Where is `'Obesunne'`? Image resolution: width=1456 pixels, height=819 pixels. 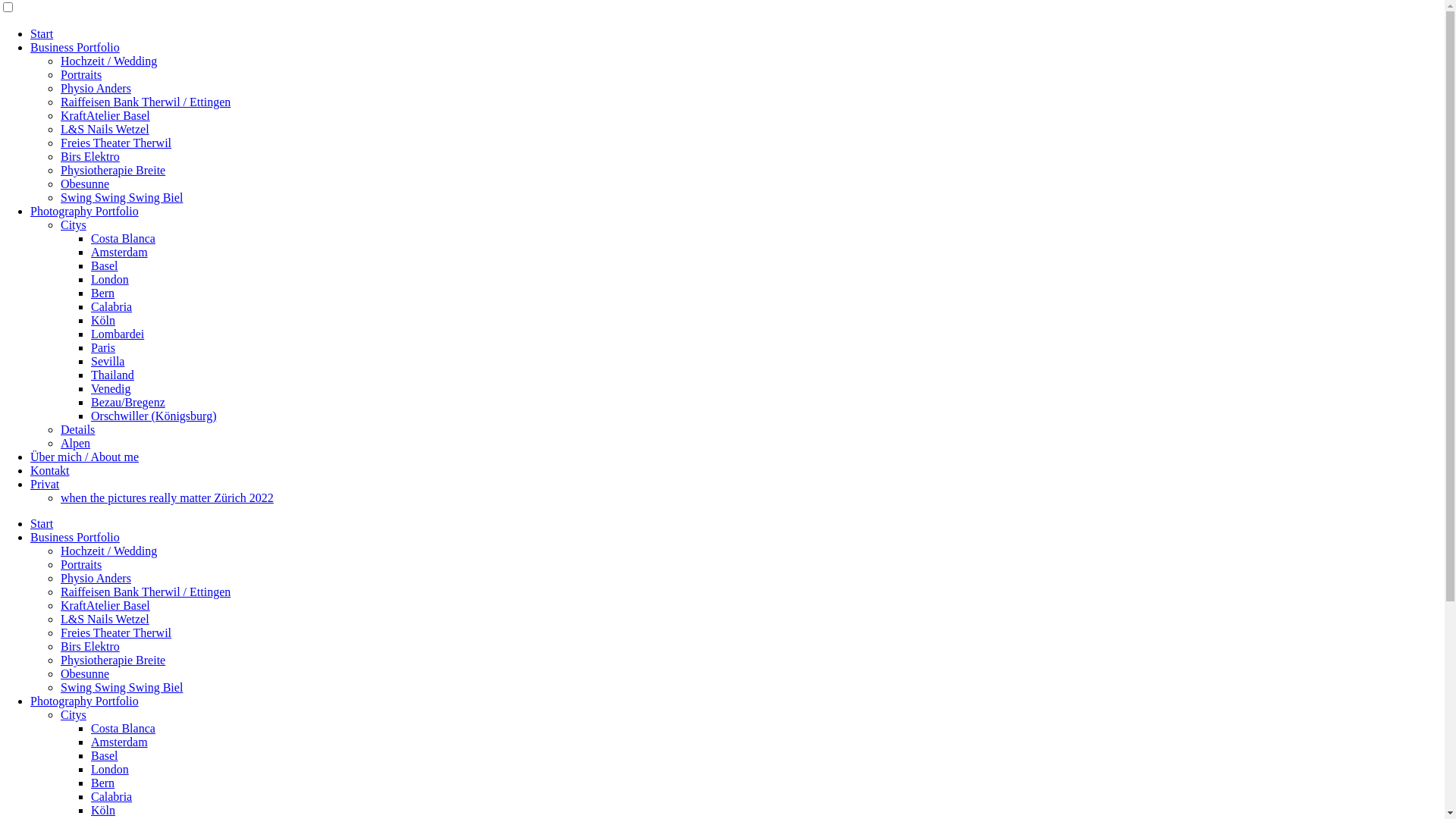 'Obesunne' is located at coordinates (83, 183).